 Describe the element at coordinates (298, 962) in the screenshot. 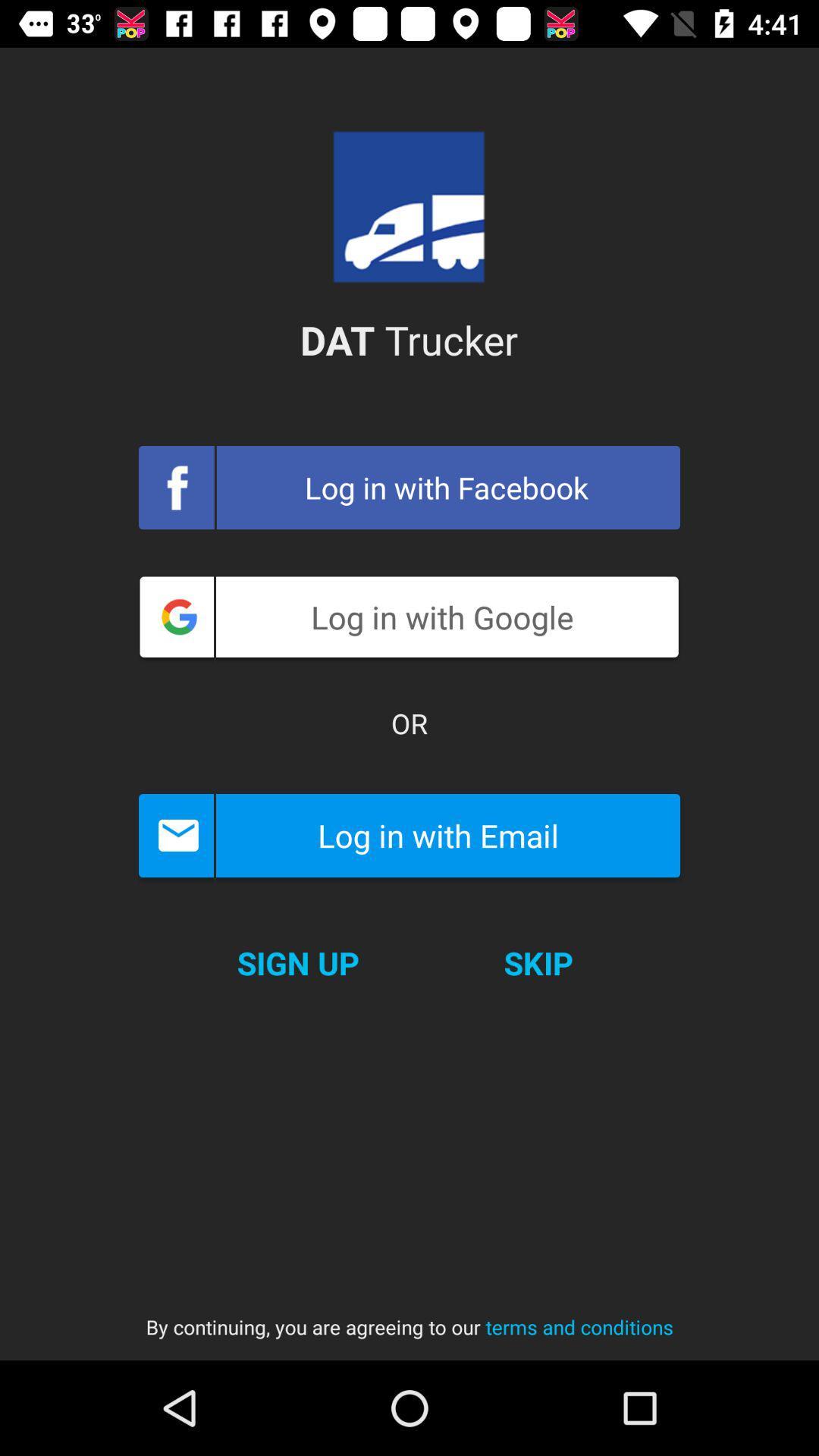

I see `the item to the left of the skip icon` at that location.